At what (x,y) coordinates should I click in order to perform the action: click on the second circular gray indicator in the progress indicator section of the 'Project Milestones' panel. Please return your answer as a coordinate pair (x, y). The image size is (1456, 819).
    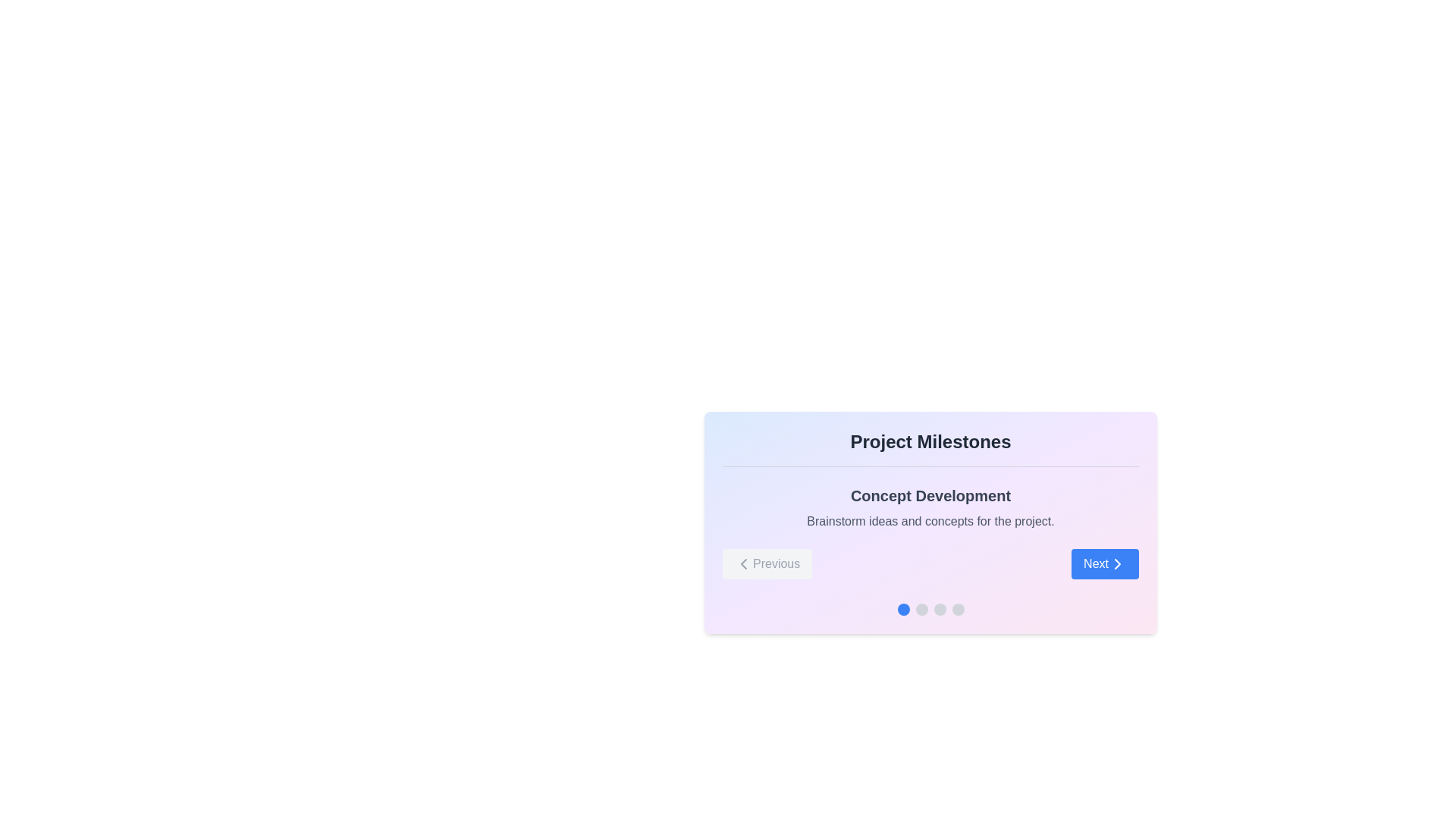
    Looking at the image, I should click on (921, 608).